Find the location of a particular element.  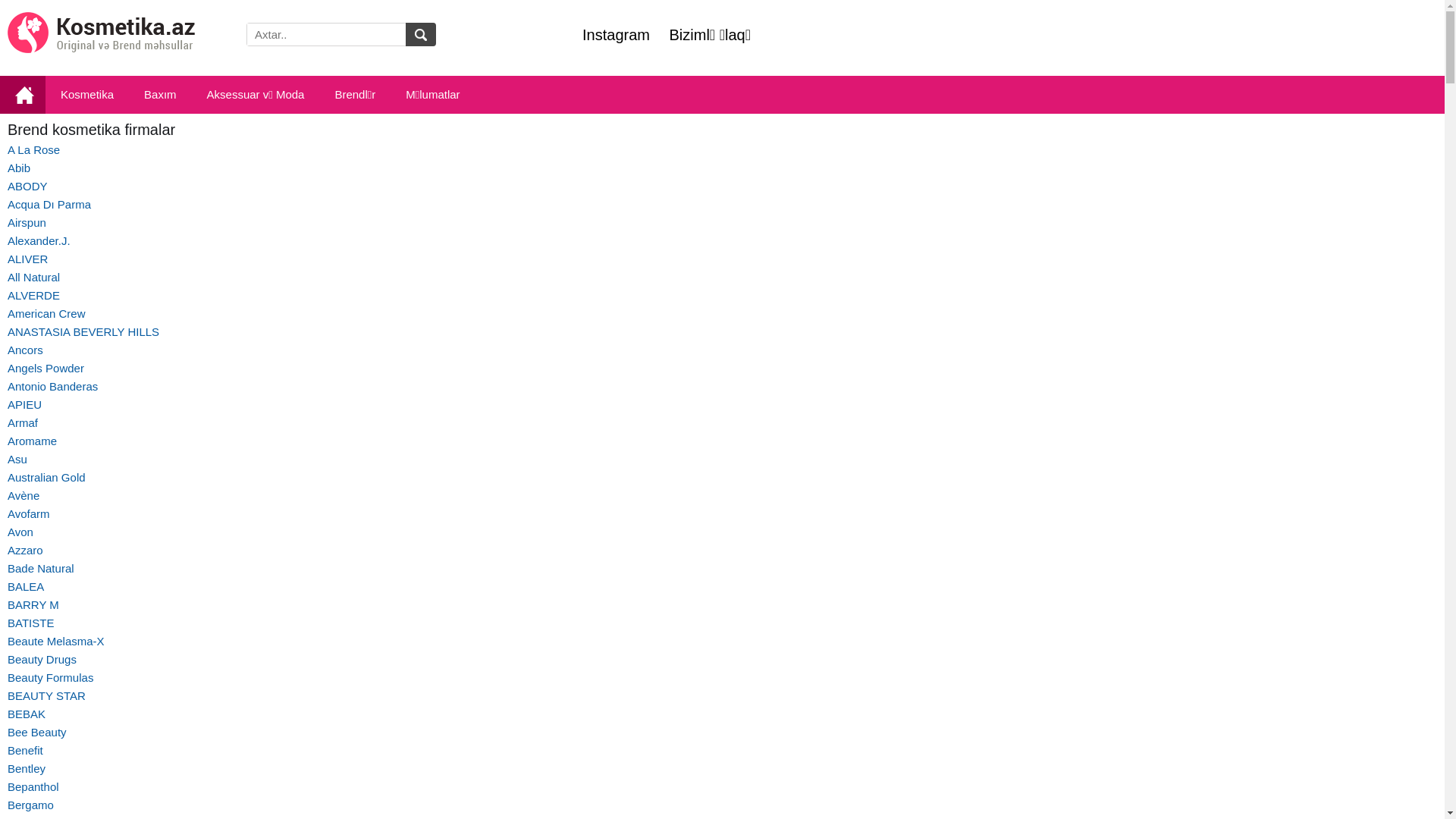

'APIEU' is located at coordinates (24, 403).